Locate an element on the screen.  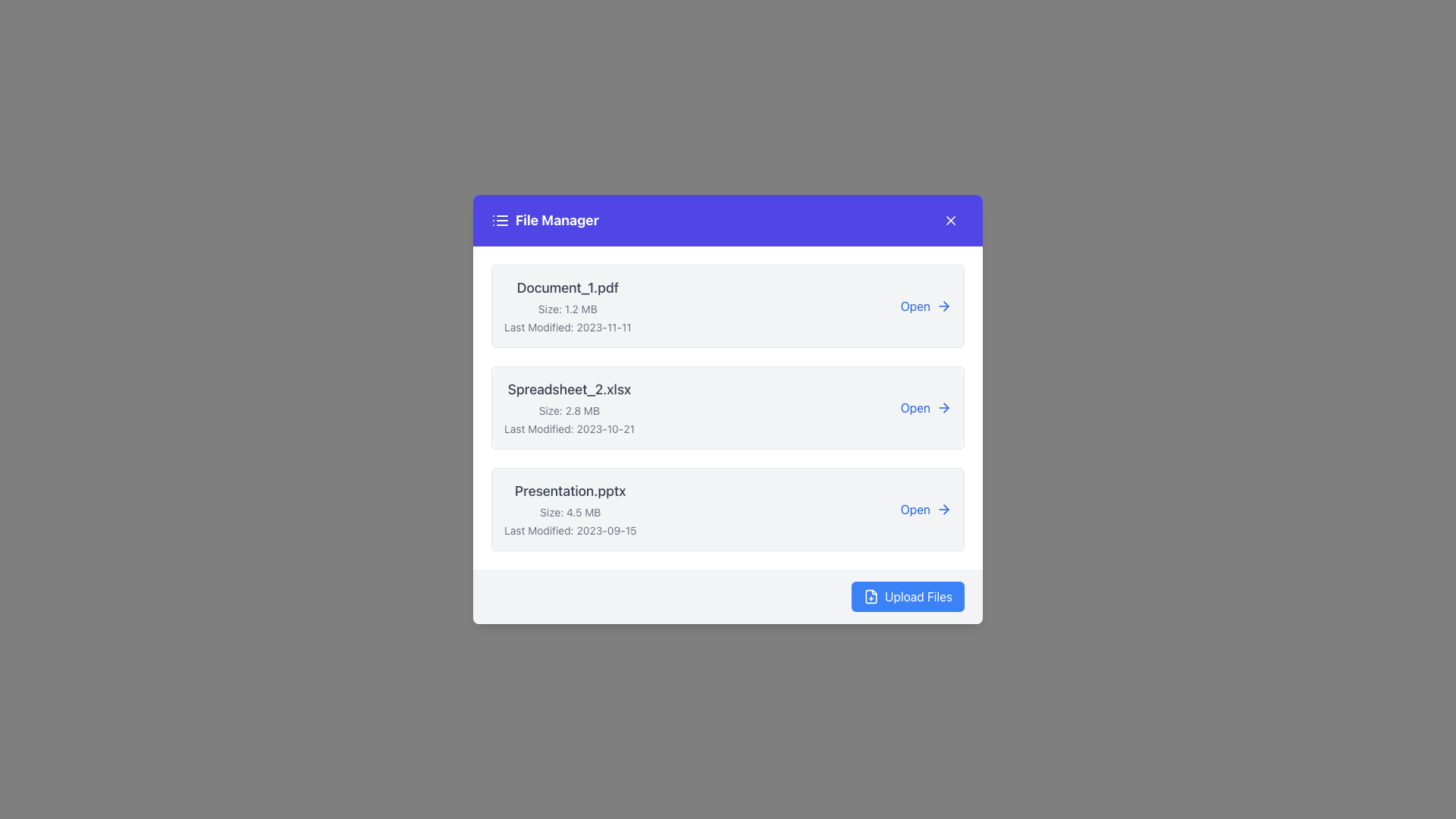
the 'File Manager' text element with a list icon, located in the purple header section of the modal dialog interface is located at coordinates (545, 220).